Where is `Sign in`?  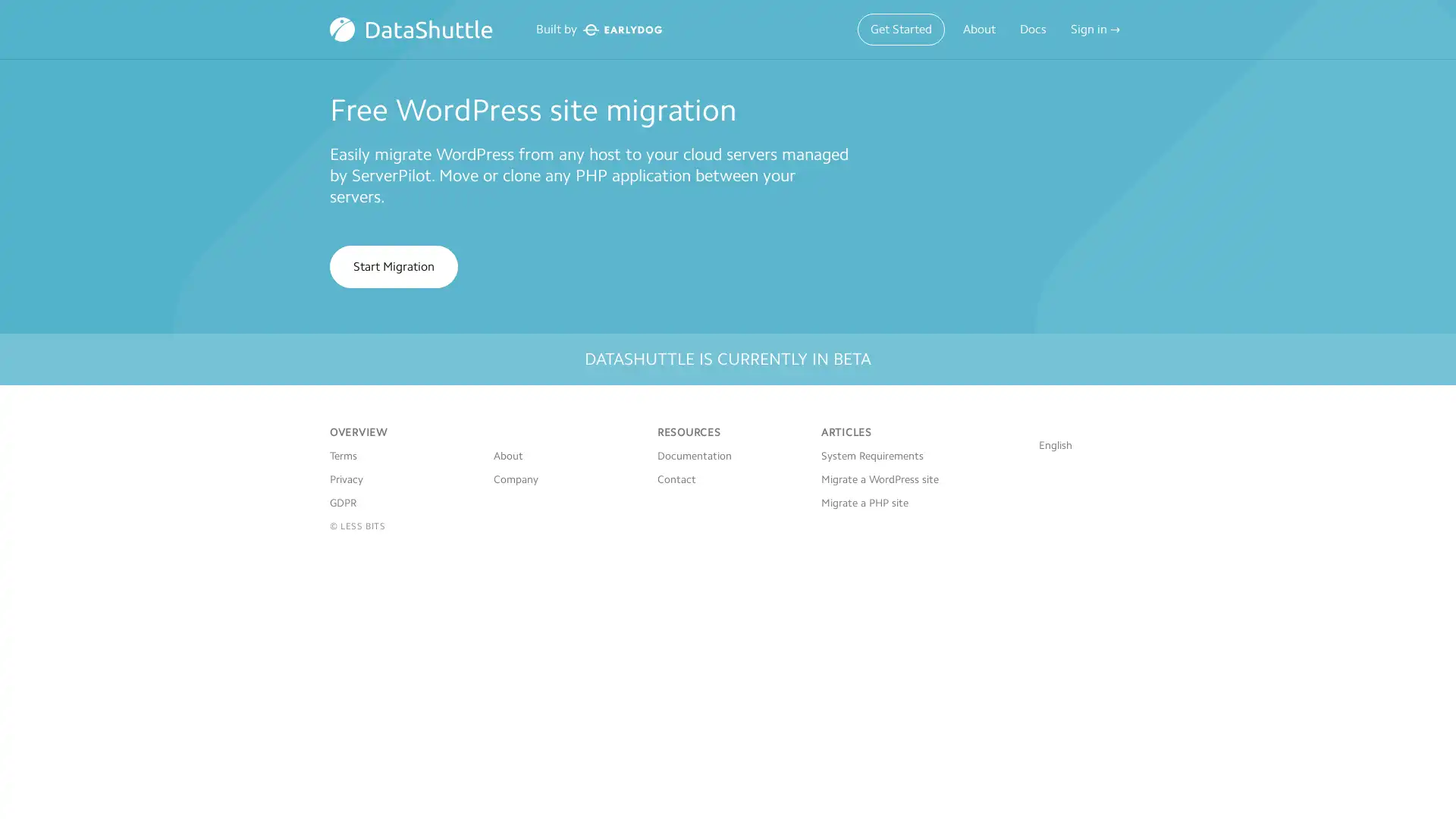
Sign in is located at coordinates (1095, 29).